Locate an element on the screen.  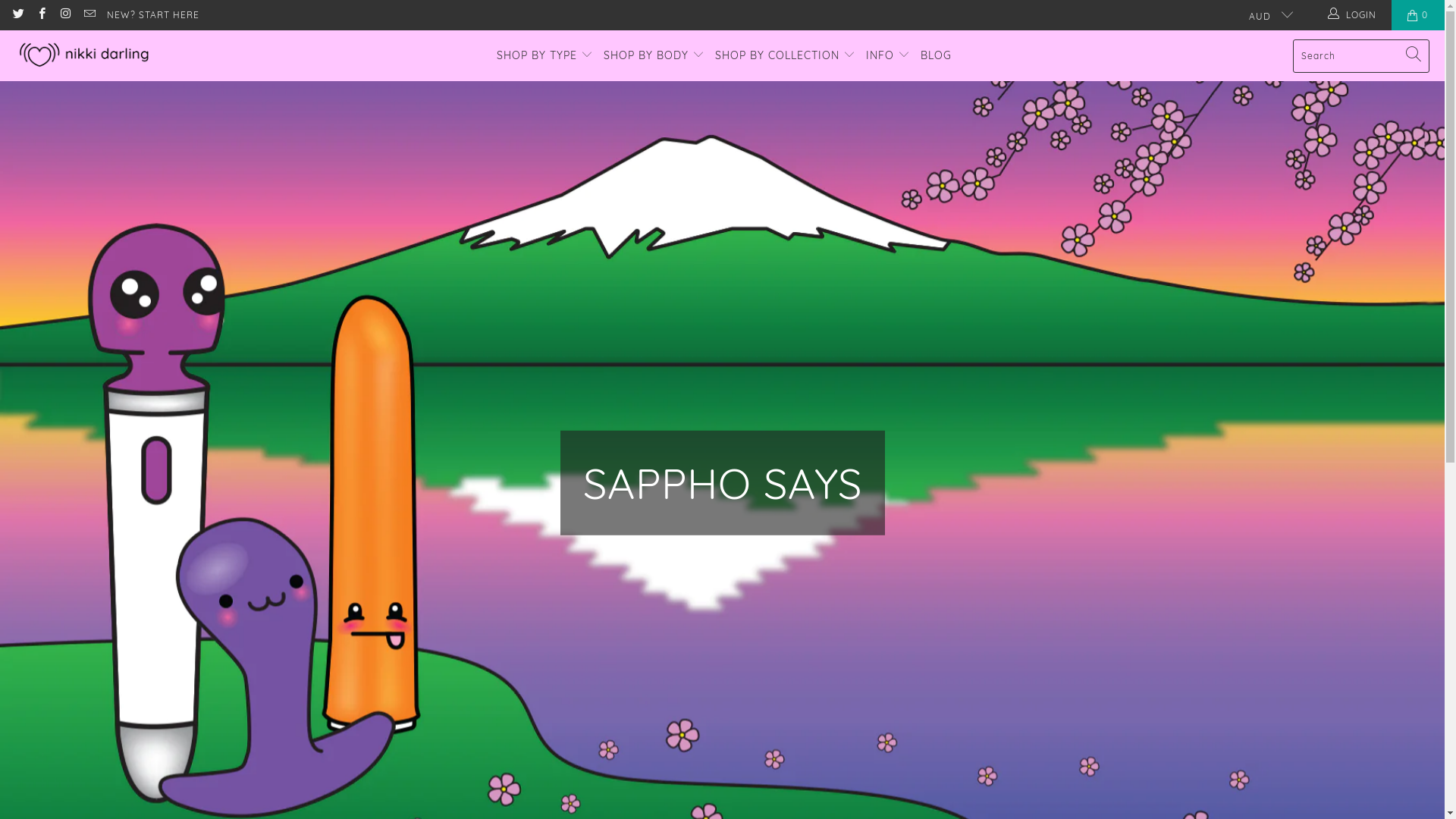
'Nikki Darling' is located at coordinates (14, 55).